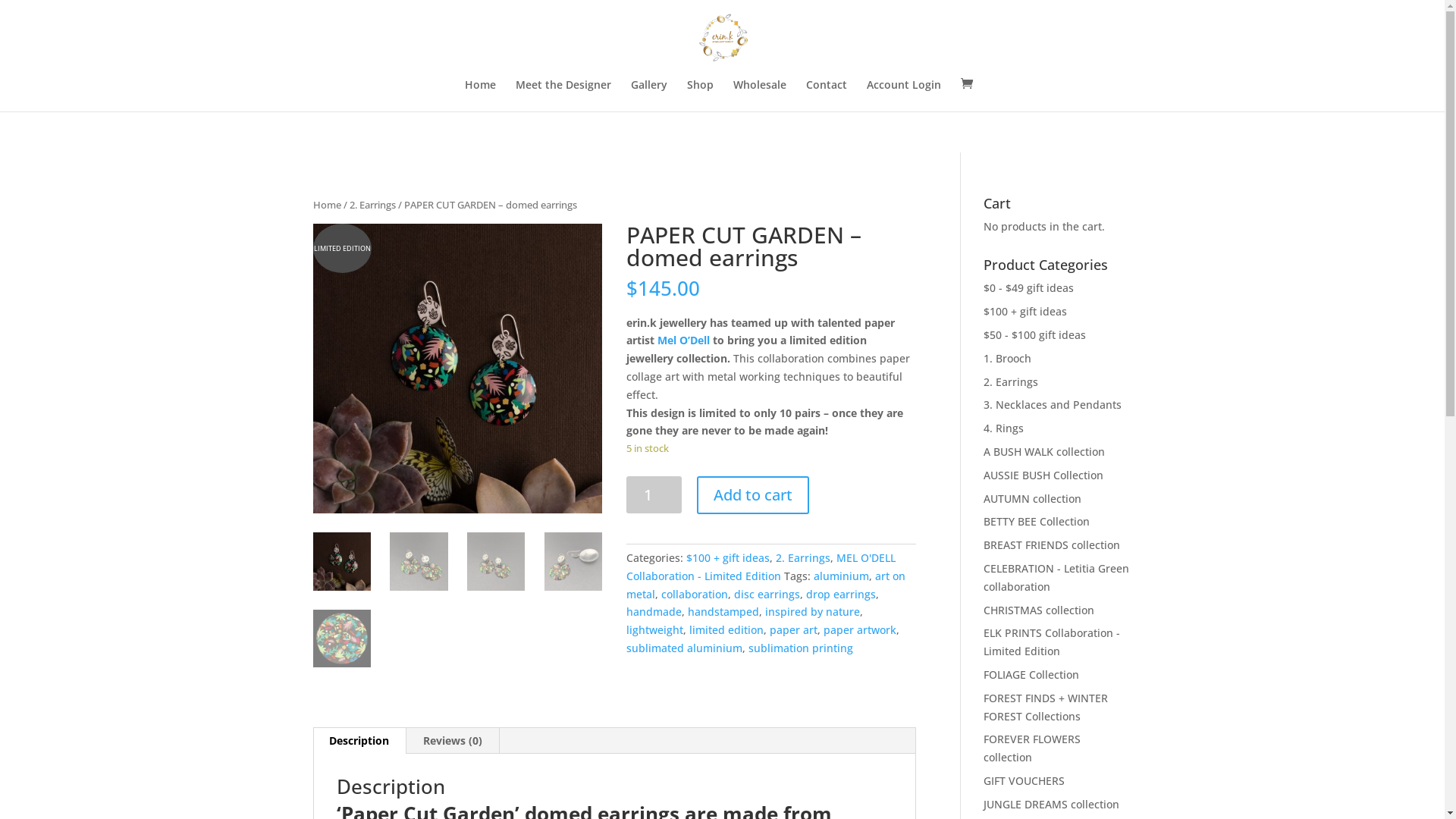  I want to click on '+', so click(1425, 20).